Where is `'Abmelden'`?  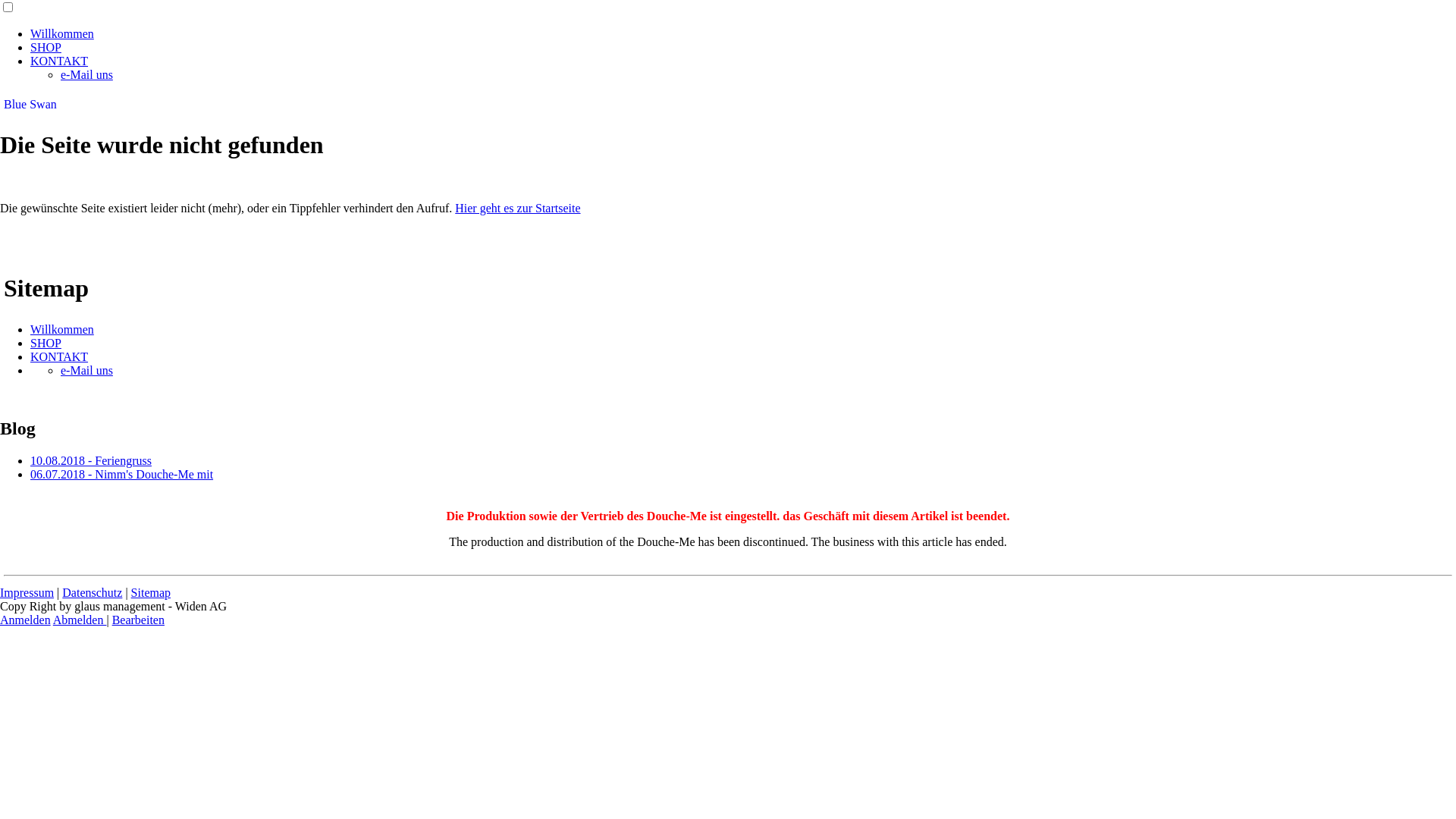 'Abmelden' is located at coordinates (79, 620).